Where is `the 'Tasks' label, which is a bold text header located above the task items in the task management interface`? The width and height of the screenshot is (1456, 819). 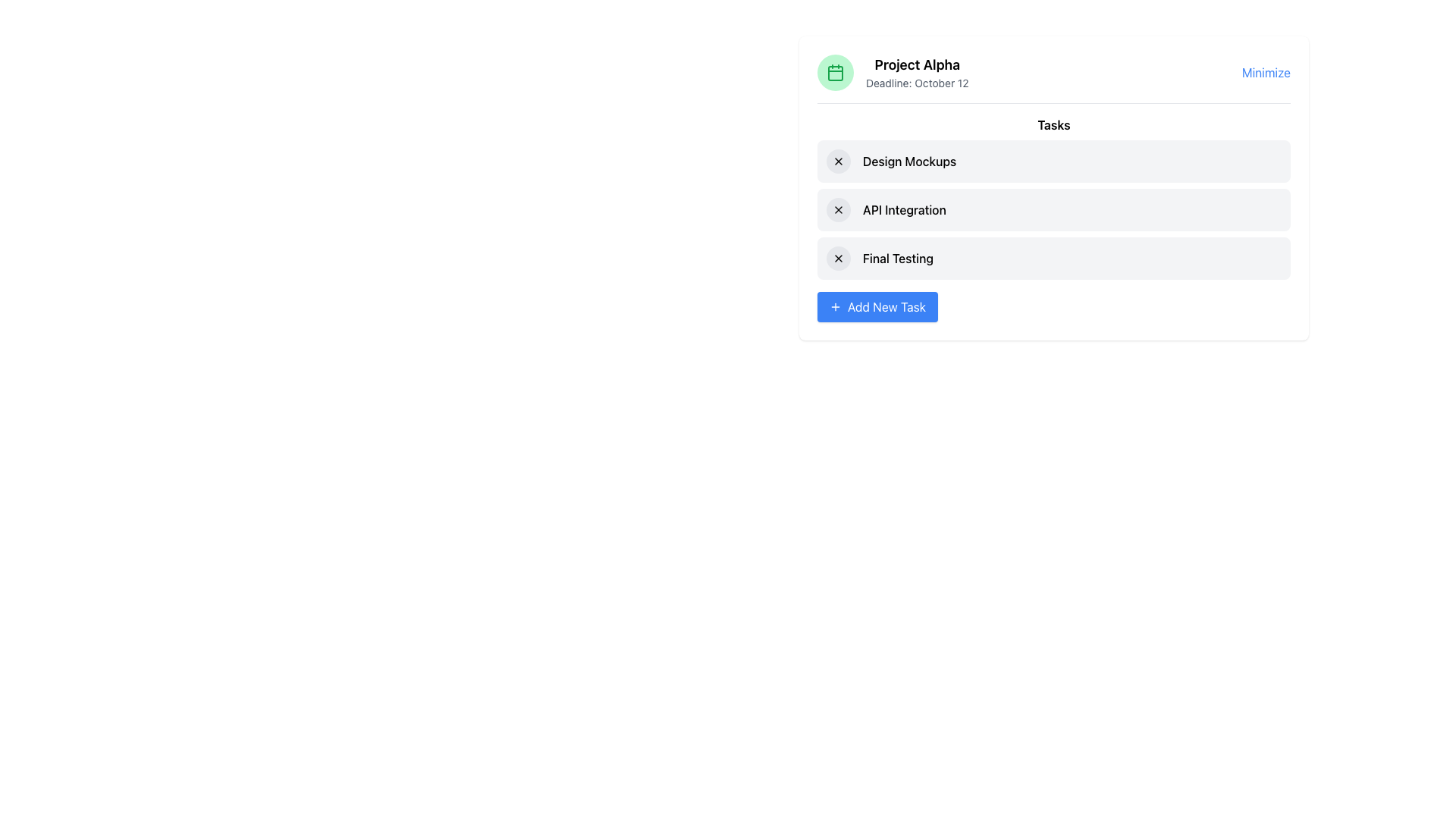 the 'Tasks' label, which is a bold text header located above the task items in the task management interface is located at coordinates (1053, 124).